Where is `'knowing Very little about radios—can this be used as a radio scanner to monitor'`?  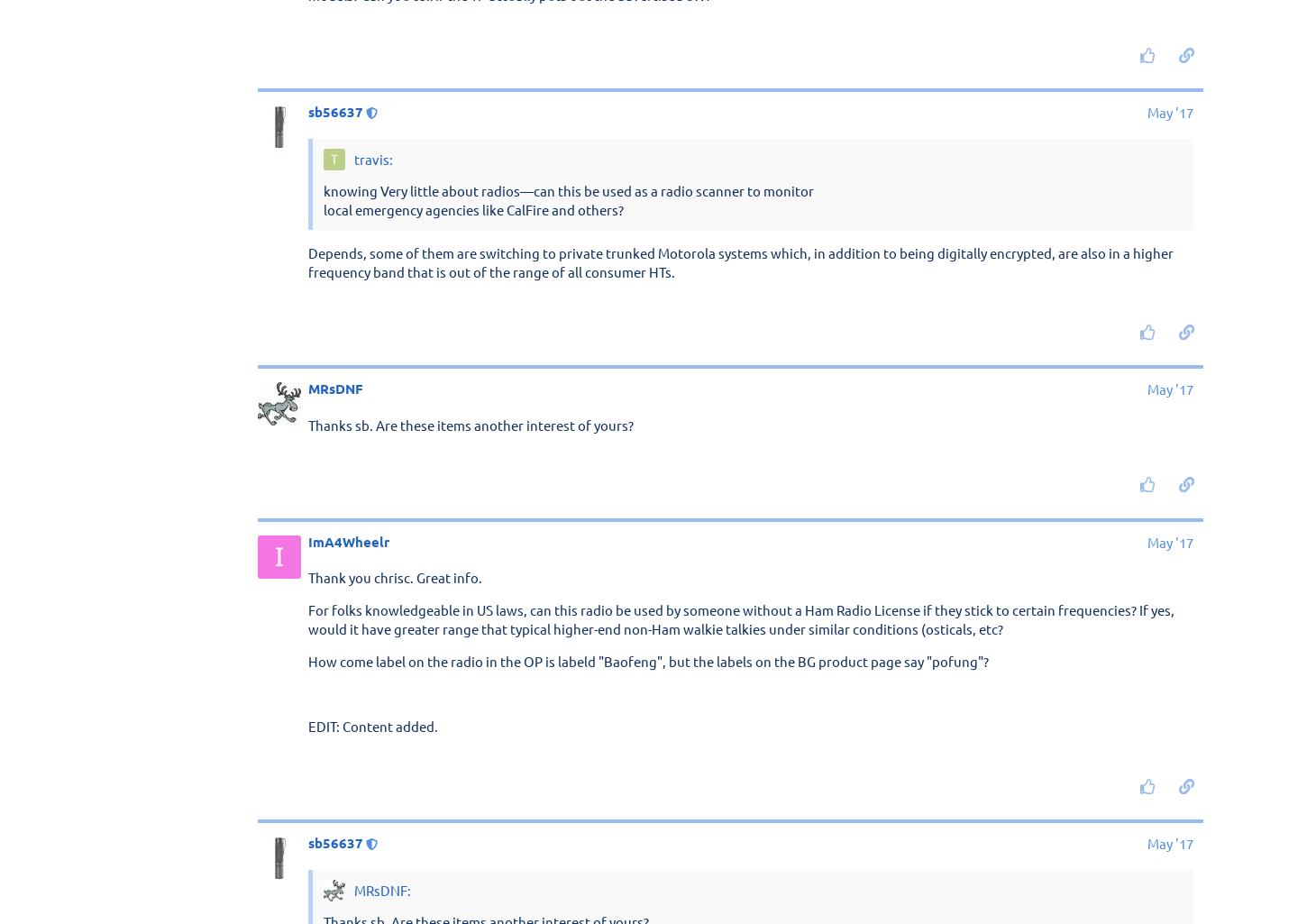
'knowing Very little about radios—can this be used as a radio scanner to monitor' is located at coordinates (568, 189).